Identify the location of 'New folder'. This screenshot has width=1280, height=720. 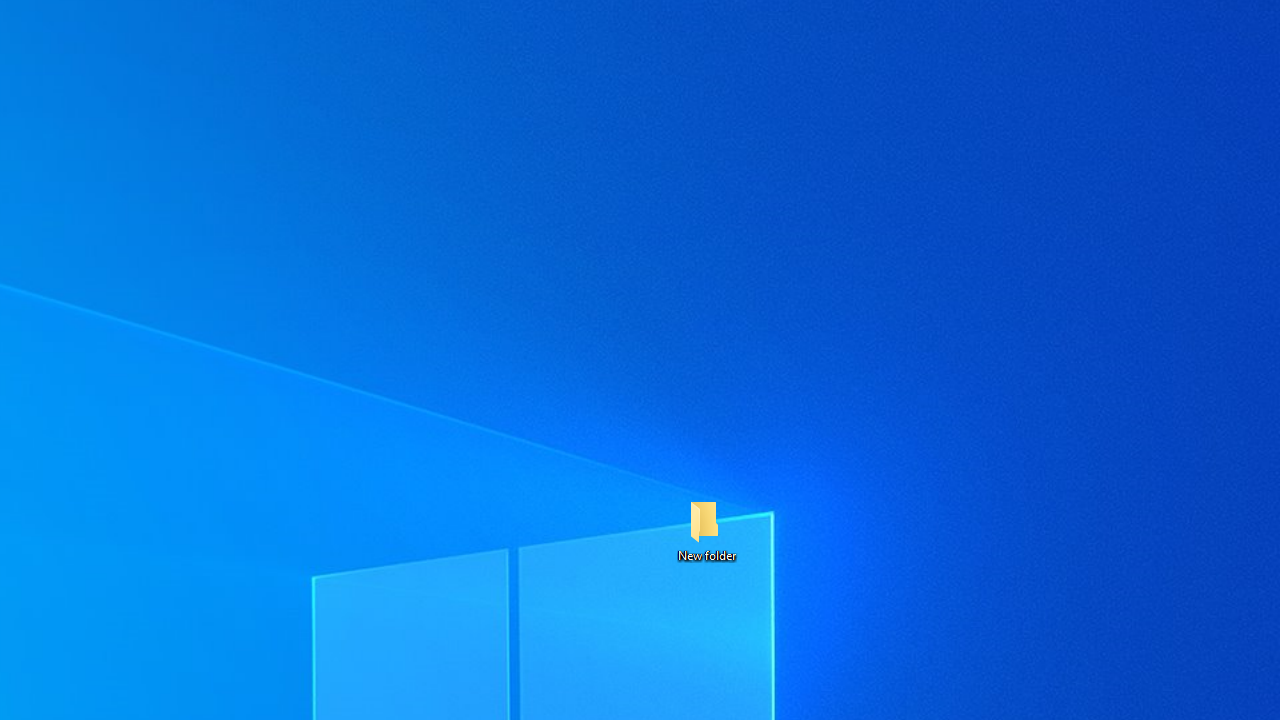
(706, 529).